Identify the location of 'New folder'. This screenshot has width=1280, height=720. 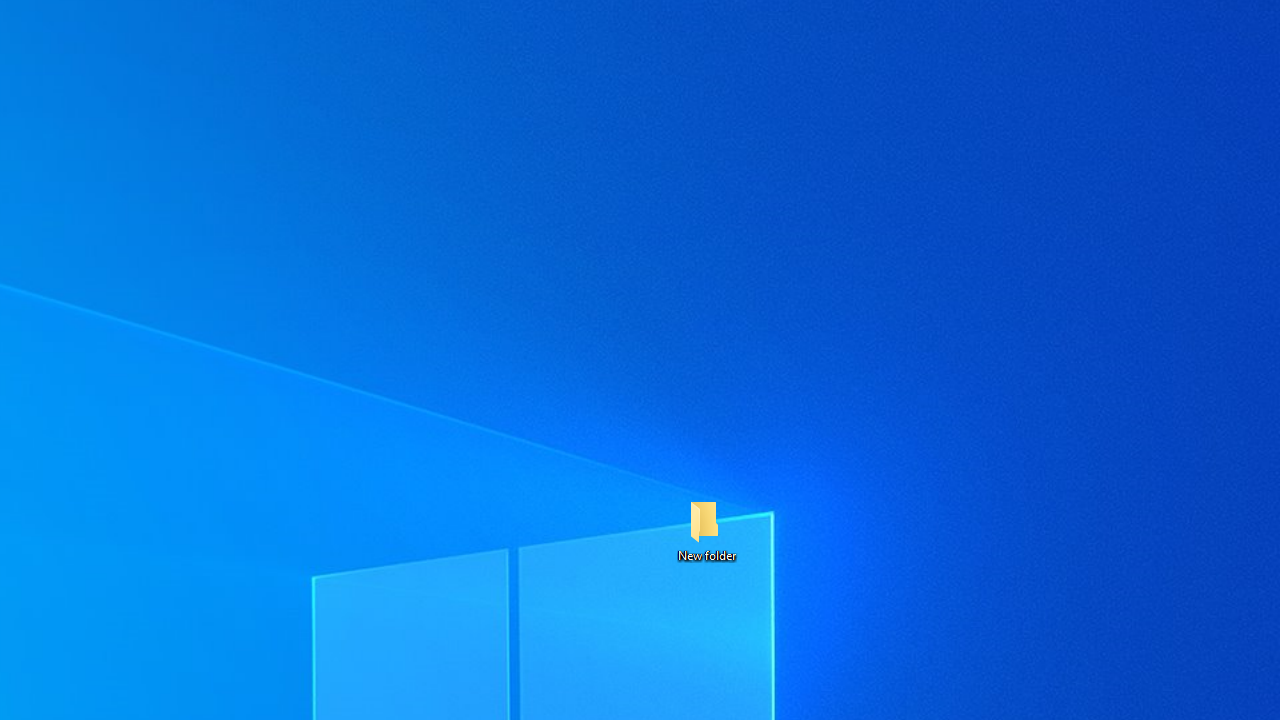
(706, 529).